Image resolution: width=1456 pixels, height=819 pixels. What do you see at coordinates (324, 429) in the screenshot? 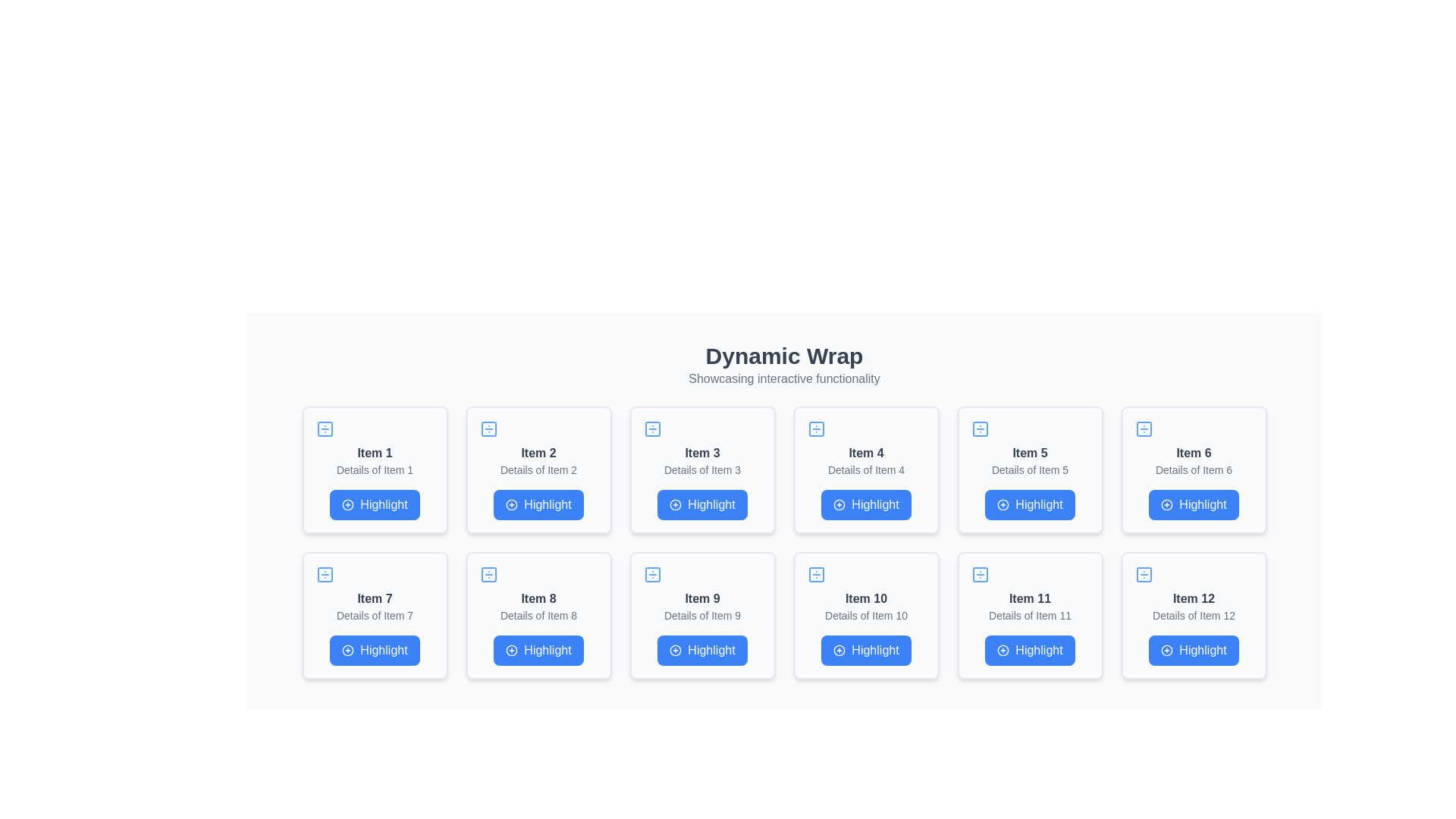
I see `the small square icon with a blue divider symbol located in the upper-left card labeled 'Item 1', positioned centrally near the top edge` at bounding box center [324, 429].